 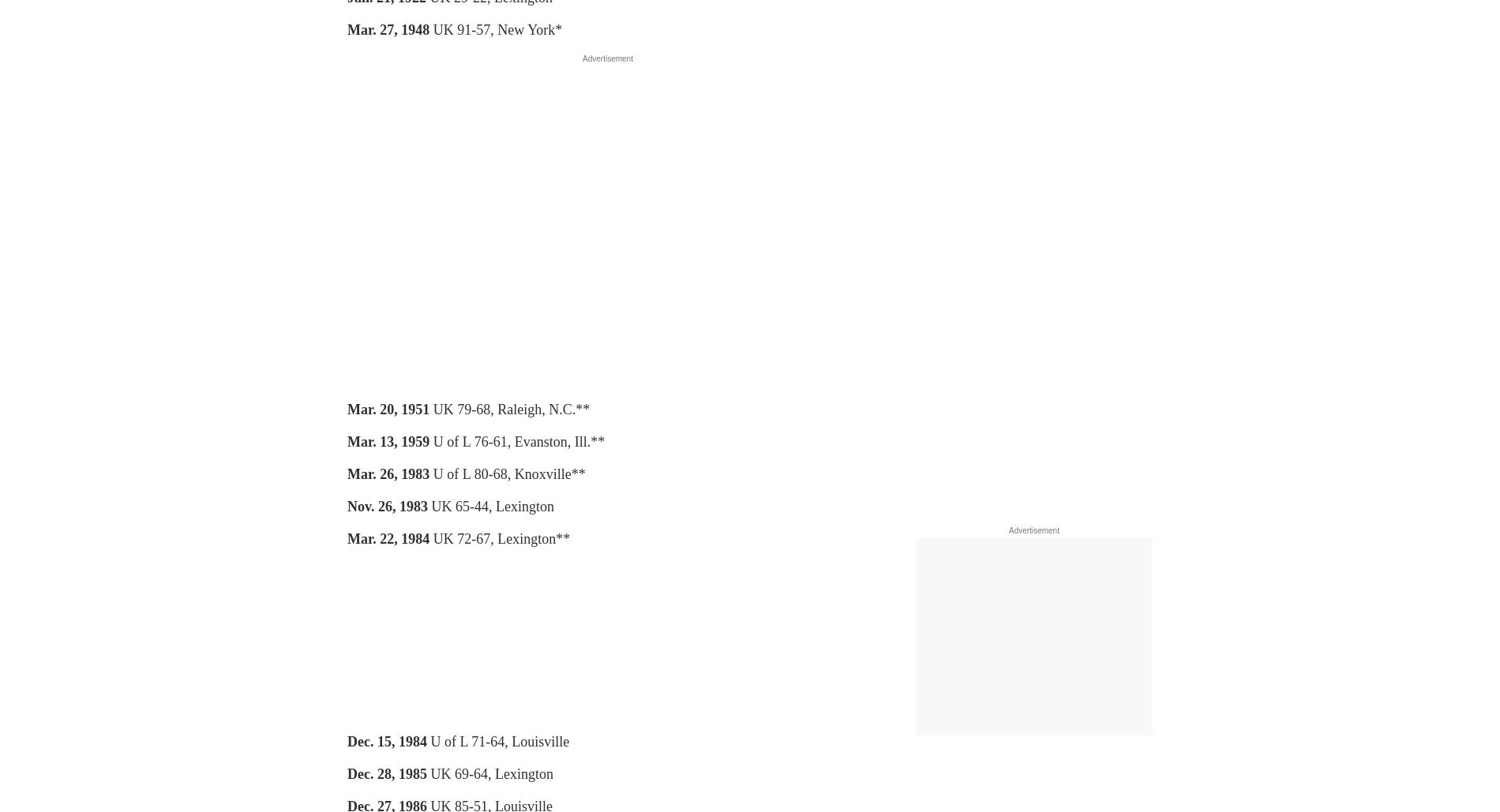 I want to click on 'Dec. 15, 1984', so click(x=347, y=741).